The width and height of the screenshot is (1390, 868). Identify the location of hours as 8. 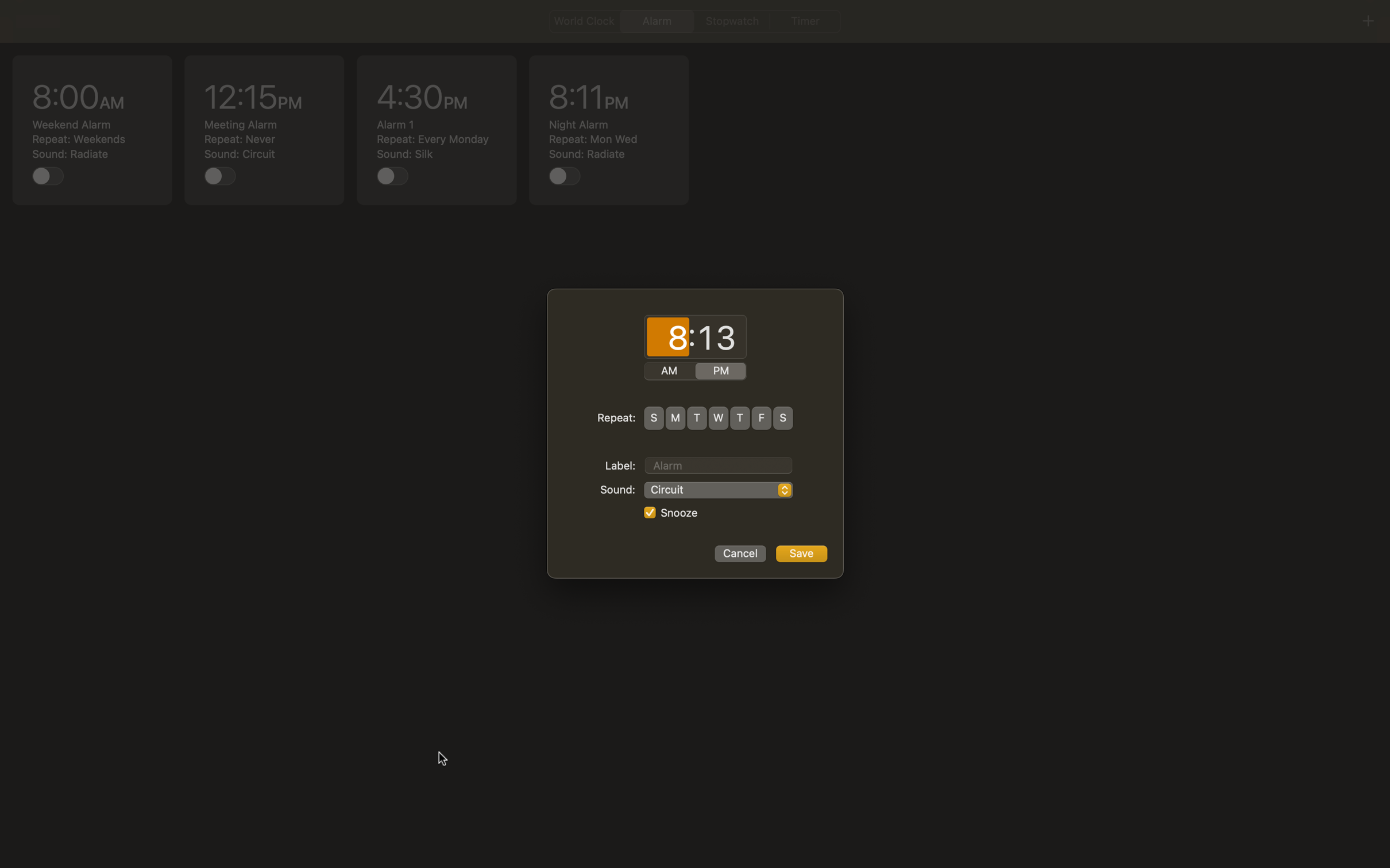
(667, 338).